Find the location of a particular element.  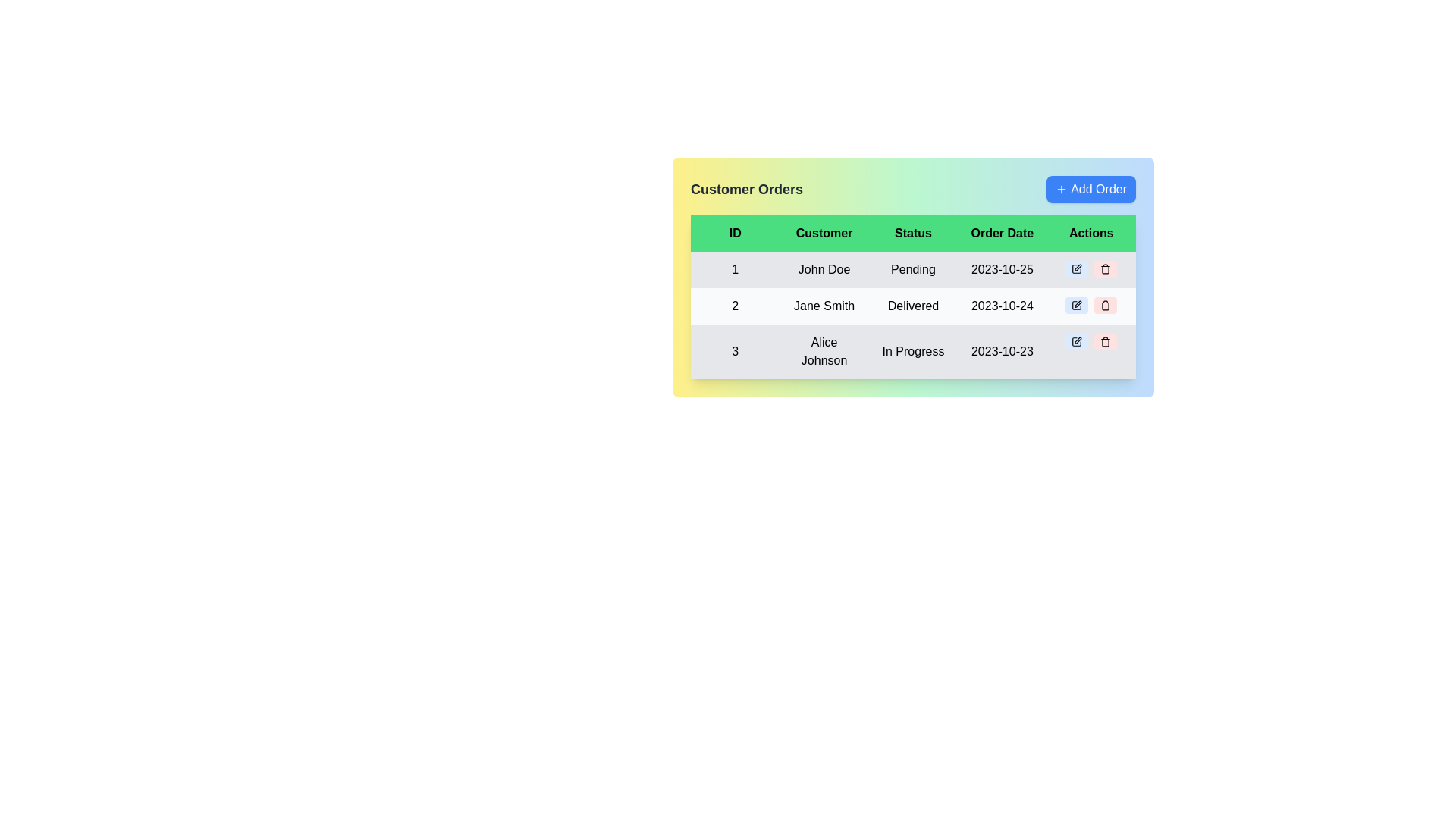

the pen icon embedded in the button located in the 'Actions' column of the second row labeled 'Jane Smith' is located at coordinates (1076, 305).